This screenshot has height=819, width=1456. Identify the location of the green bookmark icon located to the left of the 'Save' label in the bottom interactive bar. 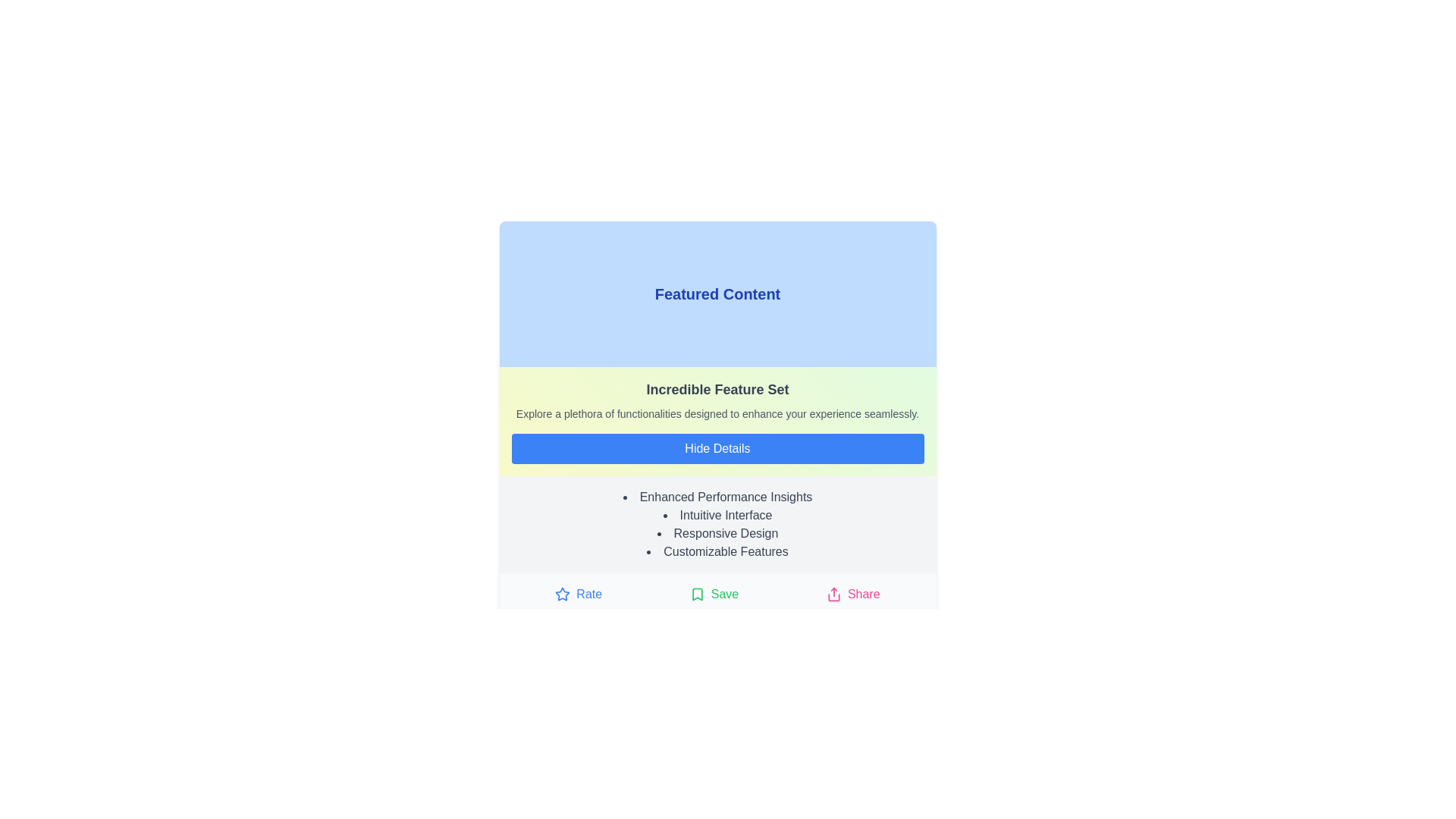
(696, 593).